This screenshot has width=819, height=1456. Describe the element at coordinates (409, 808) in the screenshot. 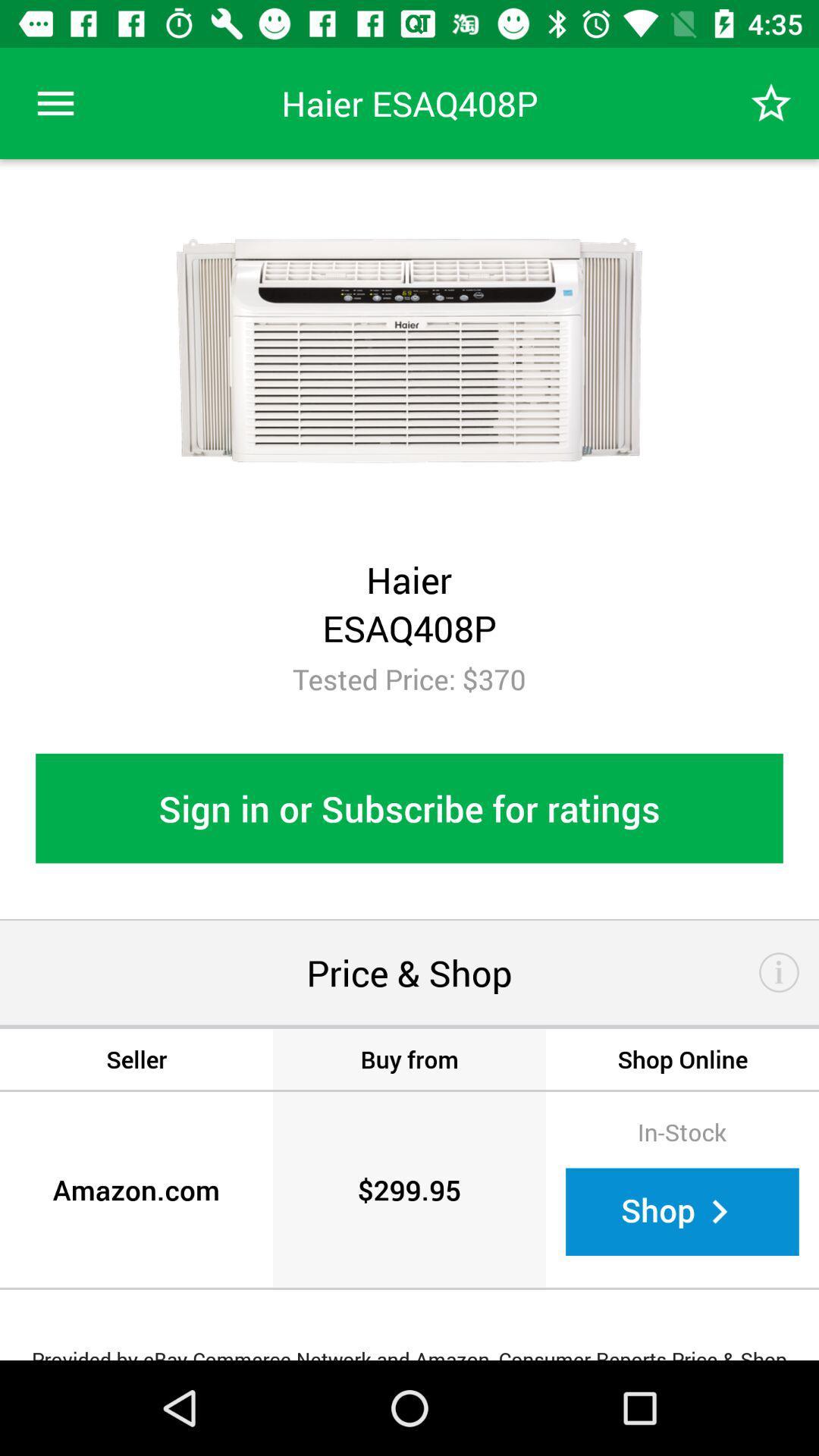

I see `item below tested price: $370` at that location.